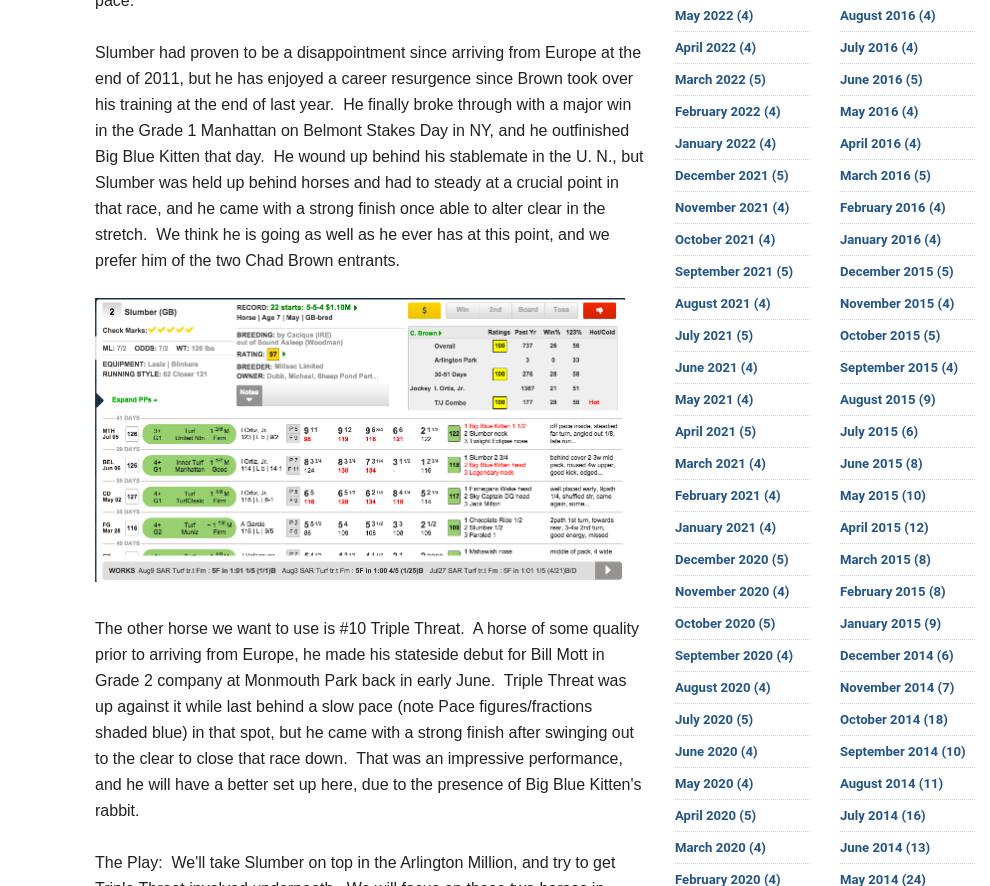 This screenshot has height=886, width=990. Describe the element at coordinates (674, 526) in the screenshot. I see `'January 2021 (4)'` at that location.